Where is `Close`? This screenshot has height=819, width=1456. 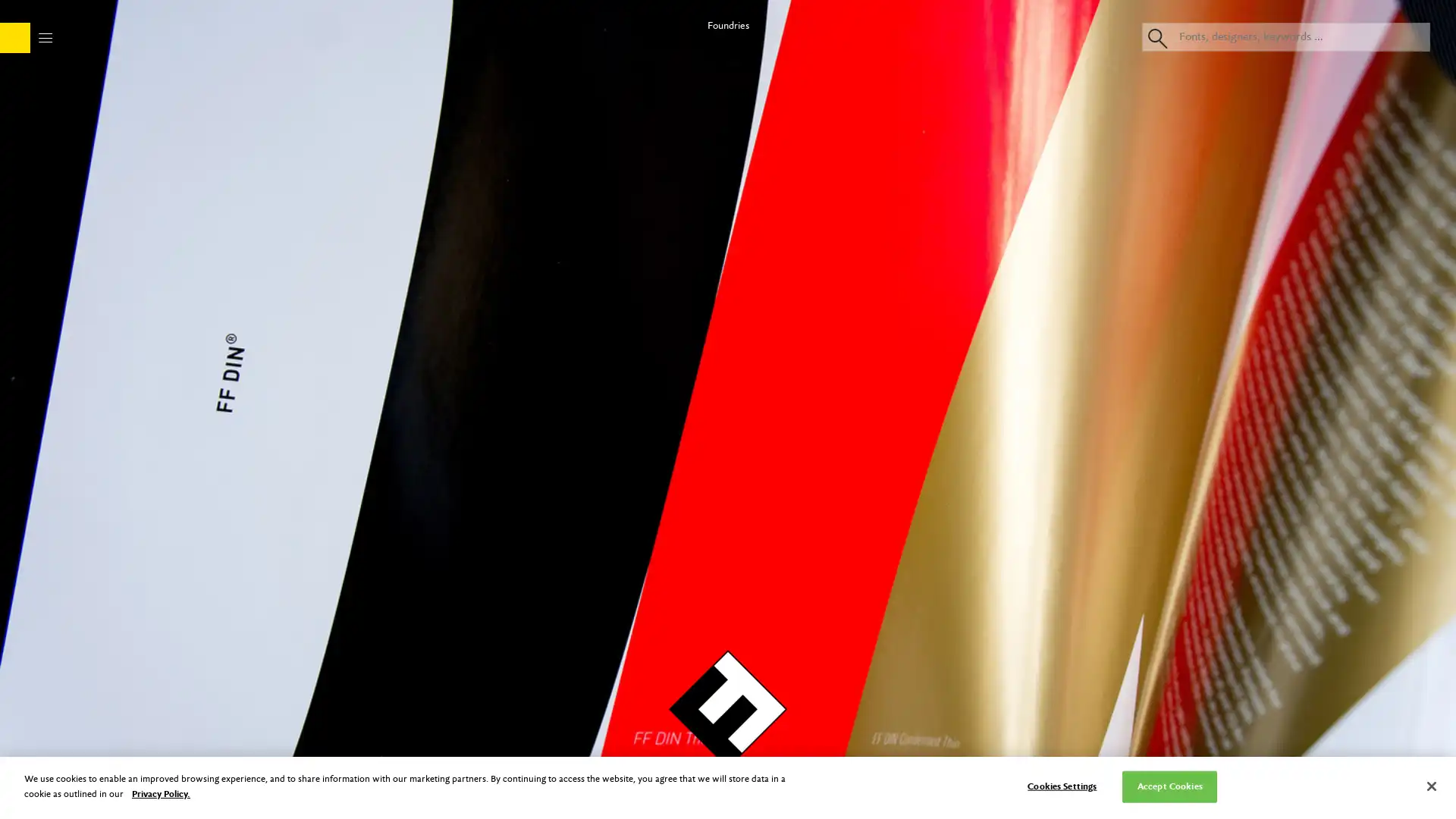
Close is located at coordinates (861, 108).